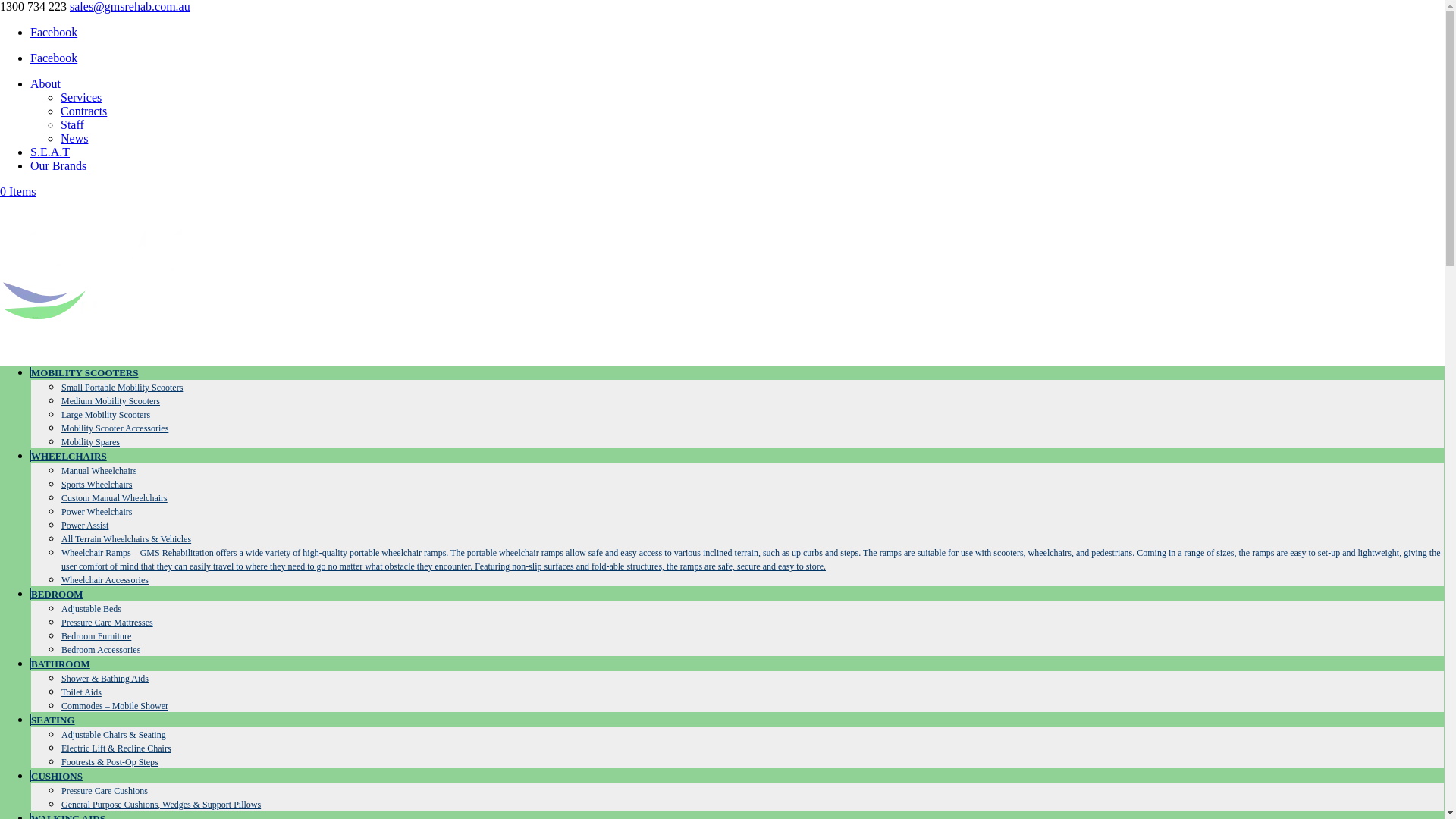  What do you see at coordinates (56, 776) in the screenshot?
I see `'CUSHIONS'` at bounding box center [56, 776].